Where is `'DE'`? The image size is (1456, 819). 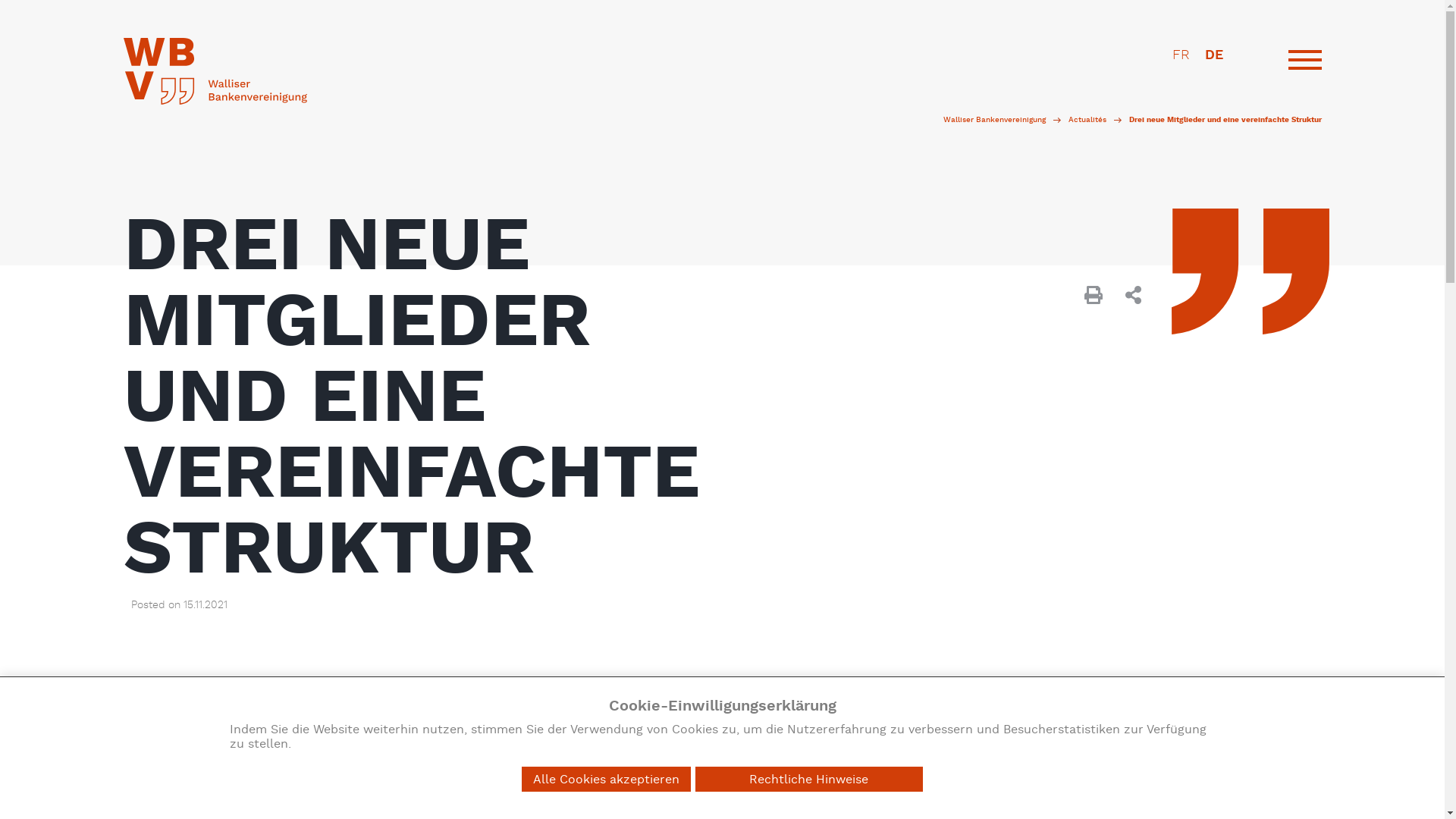
'DE' is located at coordinates (1212, 55).